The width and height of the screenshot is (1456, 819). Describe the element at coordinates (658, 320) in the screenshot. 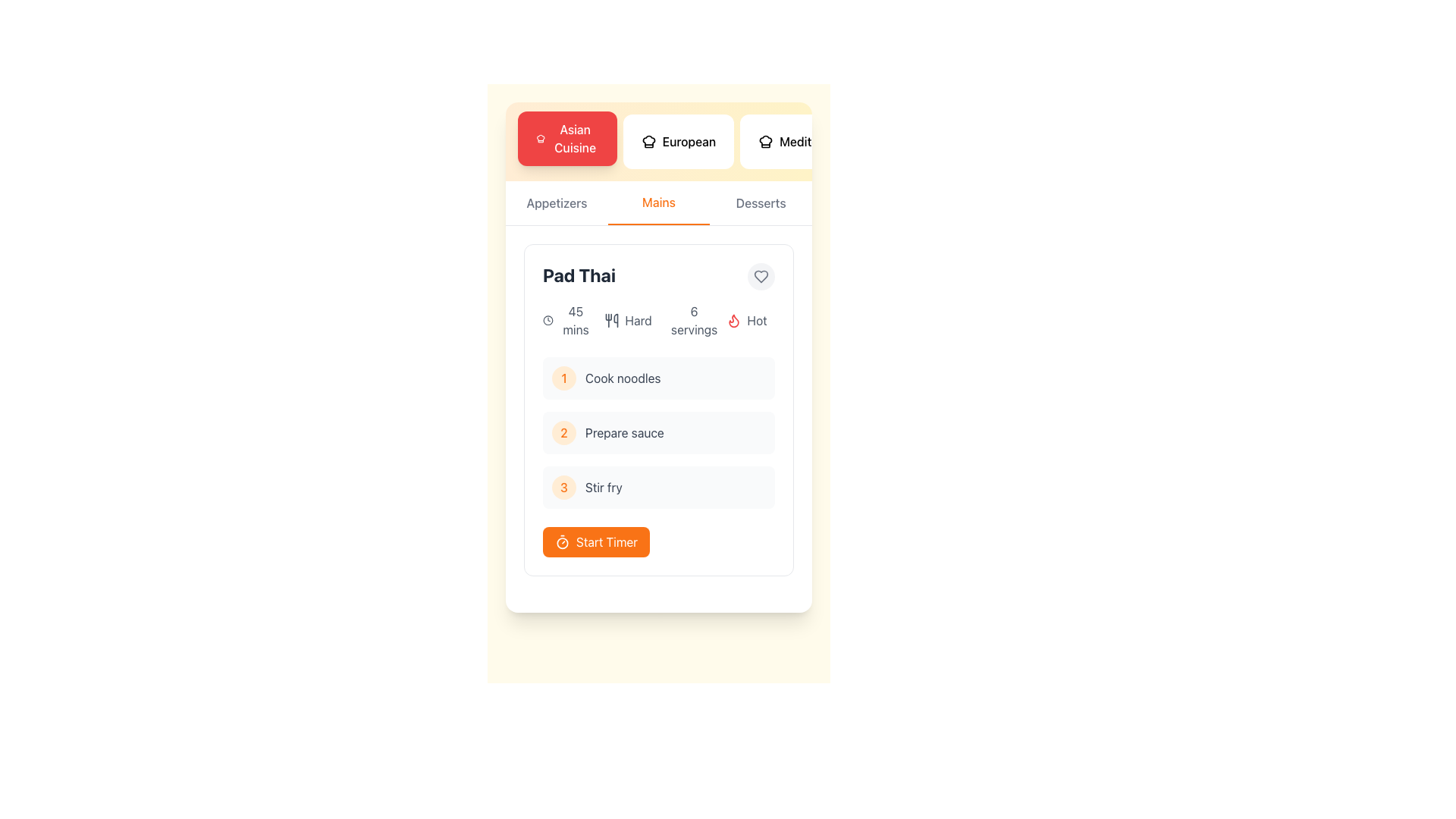

I see `displayed details from the Information block located below the recipe title 'Pad Thai' in the recipe card section` at that location.